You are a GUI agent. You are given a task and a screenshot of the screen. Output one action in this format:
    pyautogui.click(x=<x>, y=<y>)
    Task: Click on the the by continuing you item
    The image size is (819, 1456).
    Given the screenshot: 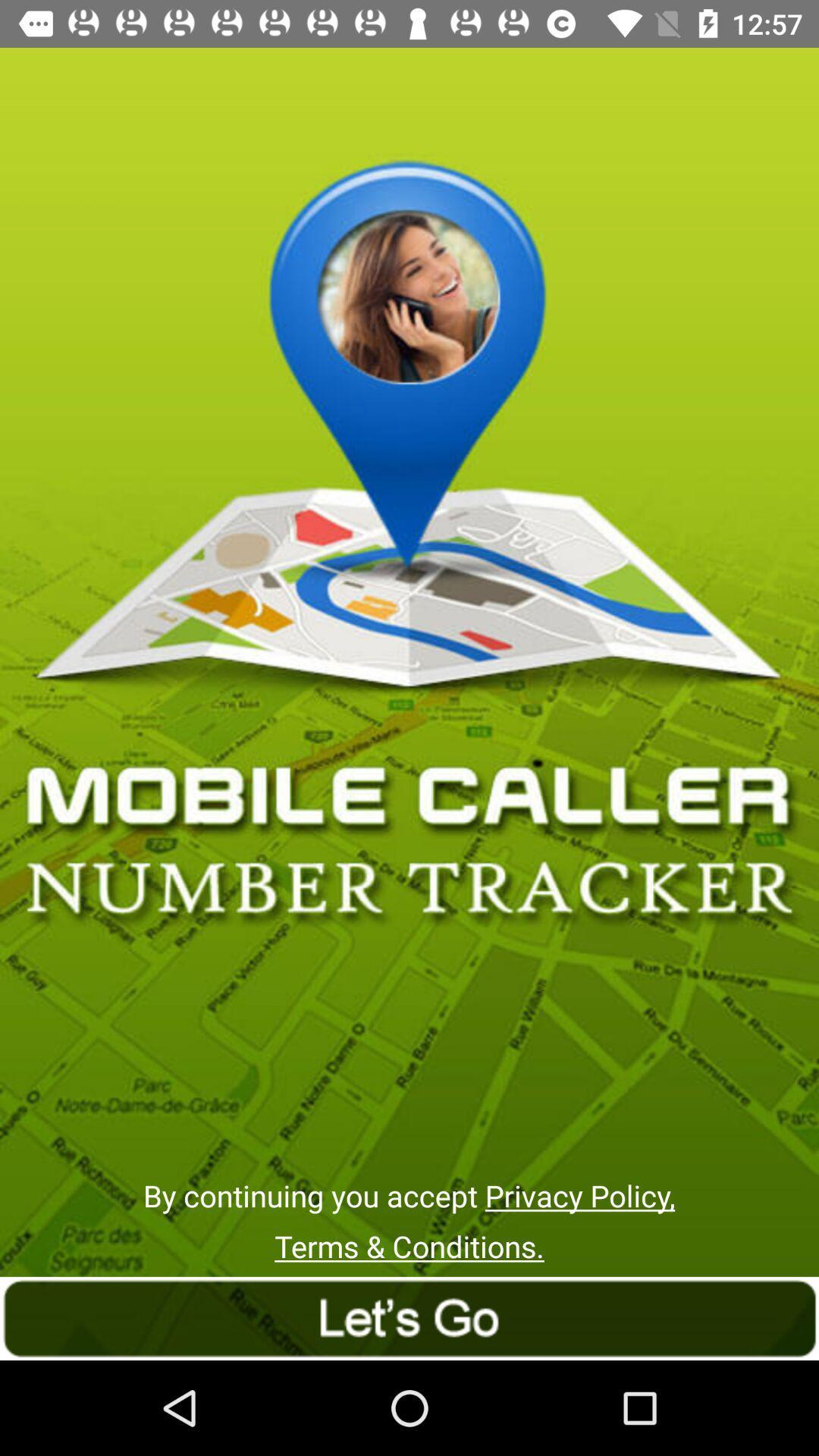 What is the action you would take?
    pyautogui.click(x=408, y=1194)
    